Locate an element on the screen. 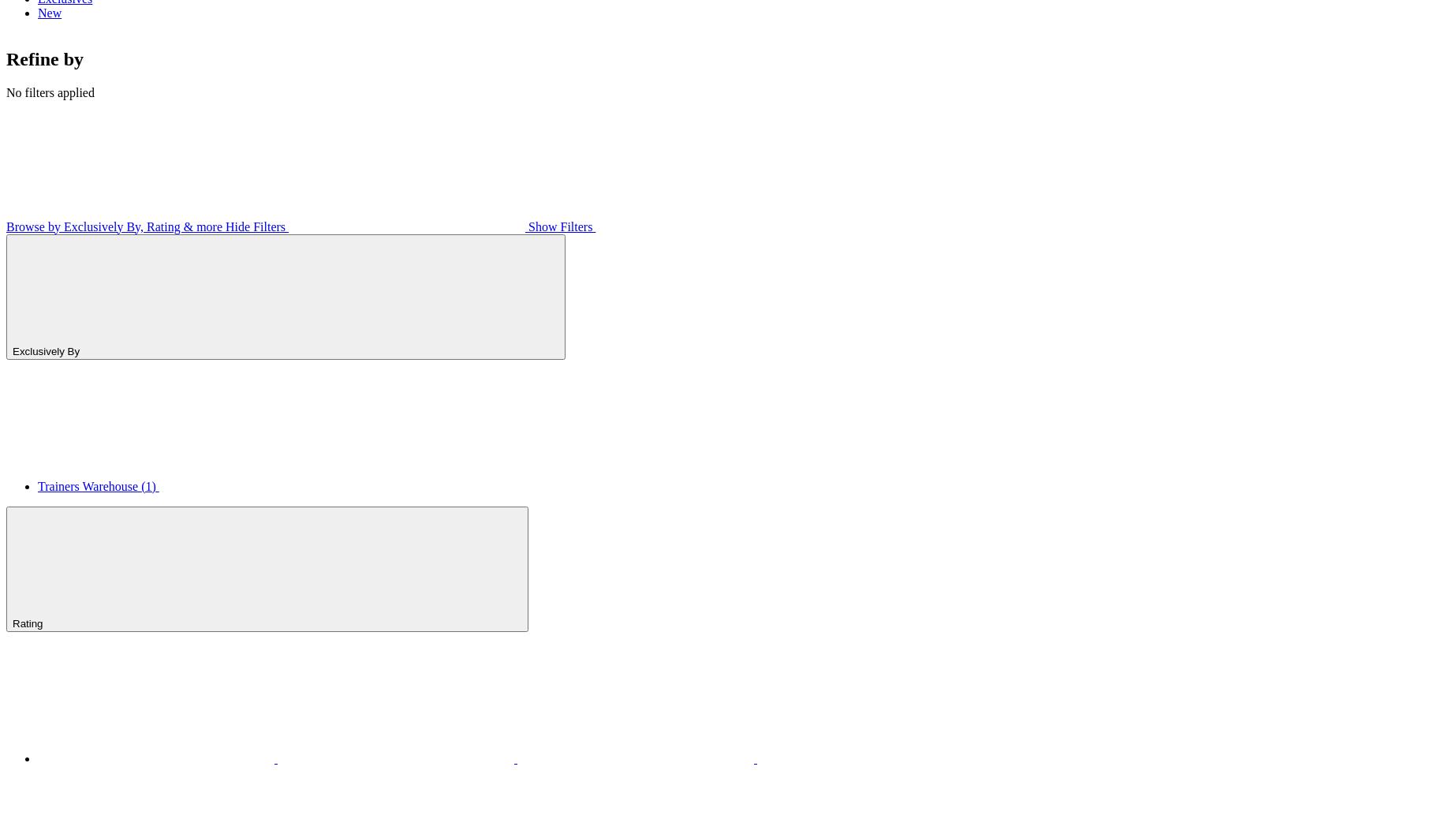  'Exclusively By' is located at coordinates (47, 350).